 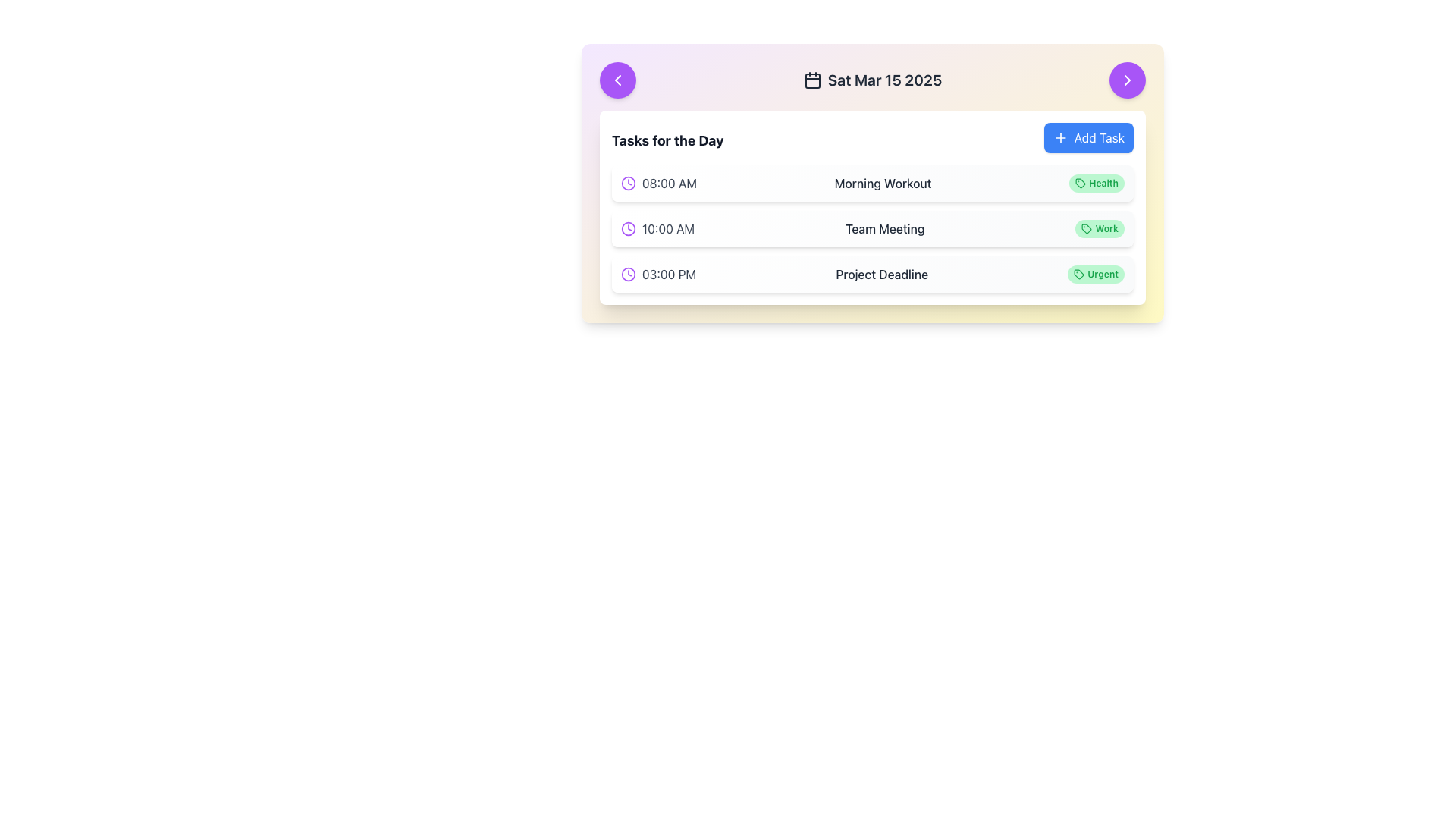 I want to click on the navigation arrow icon located at the top-left corner of the card interface, so click(x=618, y=80).